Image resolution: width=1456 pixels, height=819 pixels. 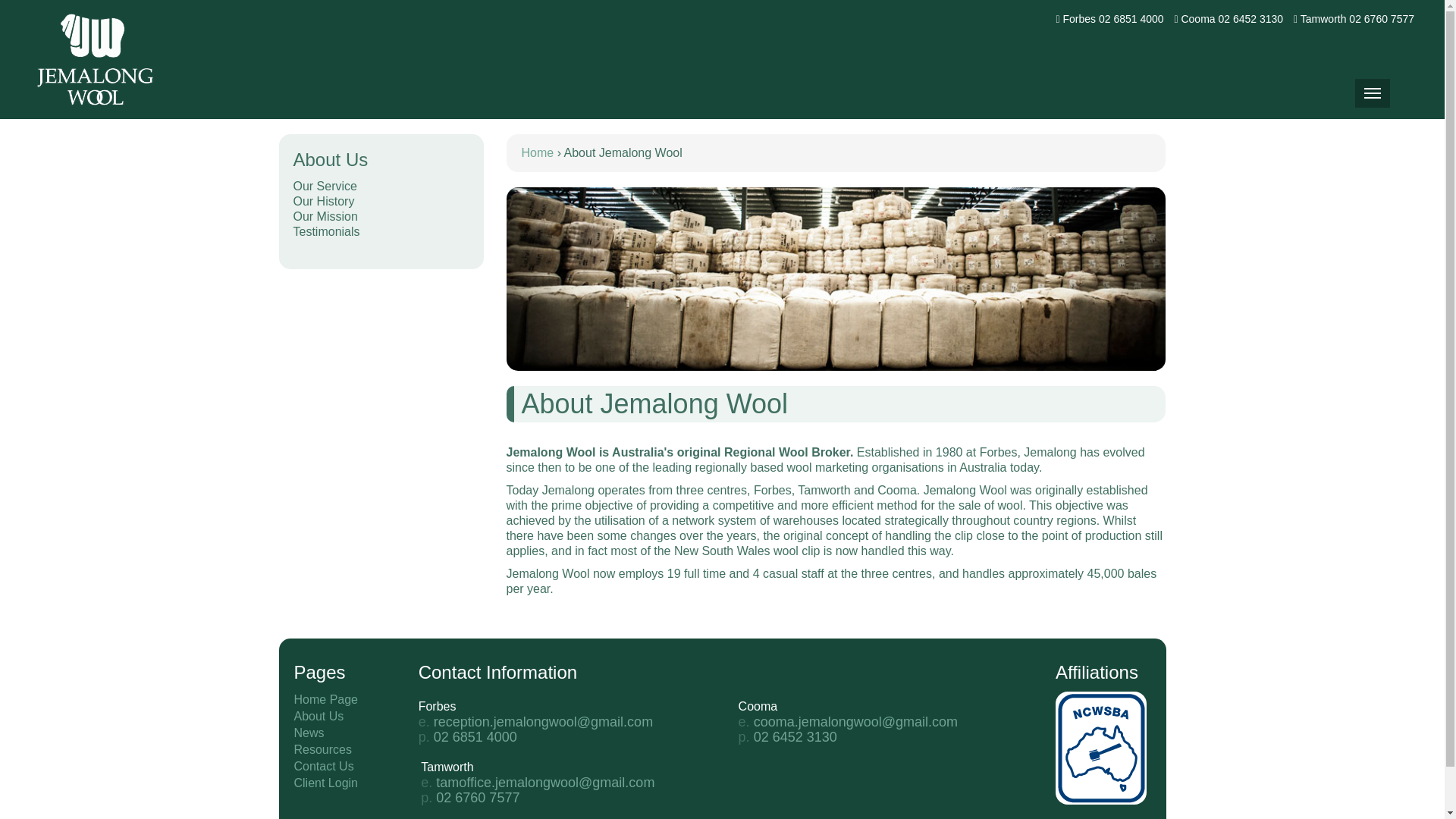 What do you see at coordinates (381, 216) in the screenshot?
I see `'Our Mission'` at bounding box center [381, 216].